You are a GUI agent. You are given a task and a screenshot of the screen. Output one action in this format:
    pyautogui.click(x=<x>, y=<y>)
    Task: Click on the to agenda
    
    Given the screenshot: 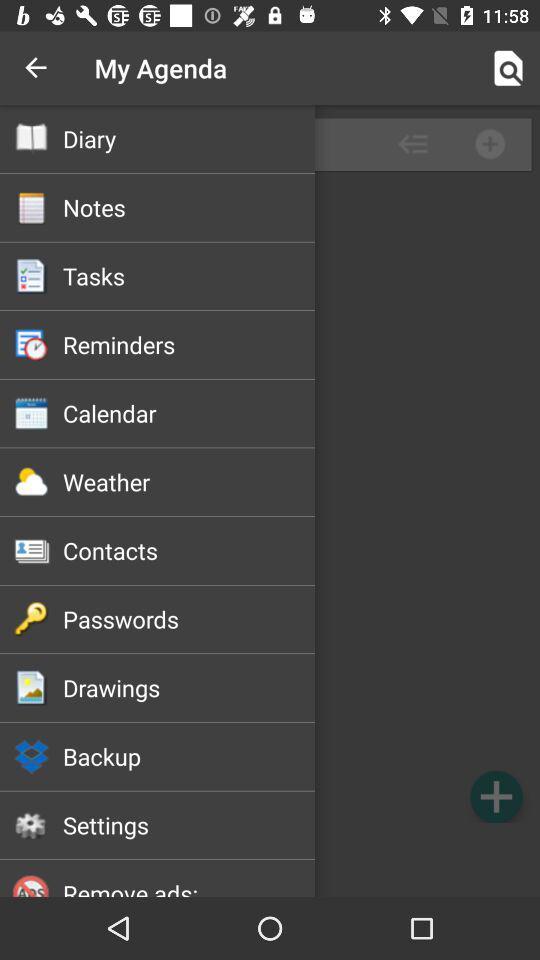 What is the action you would take?
    pyautogui.click(x=495, y=796)
    